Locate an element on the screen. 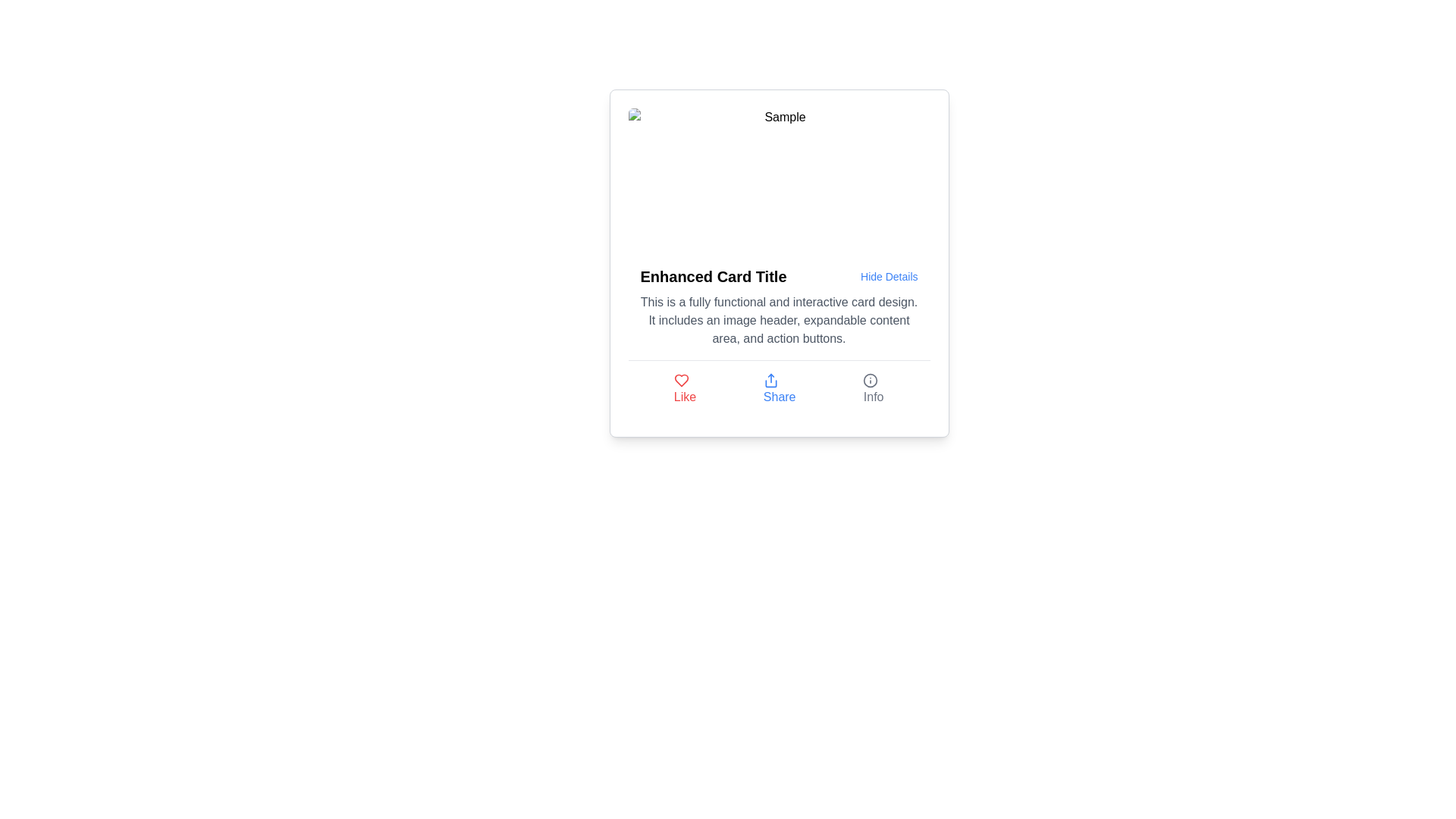 Image resolution: width=1456 pixels, height=819 pixels. the 'Share' button located between the 'Like' and 'Info' buttons in the horizontal action bar to share the card content is located at coordinates (780, 388).